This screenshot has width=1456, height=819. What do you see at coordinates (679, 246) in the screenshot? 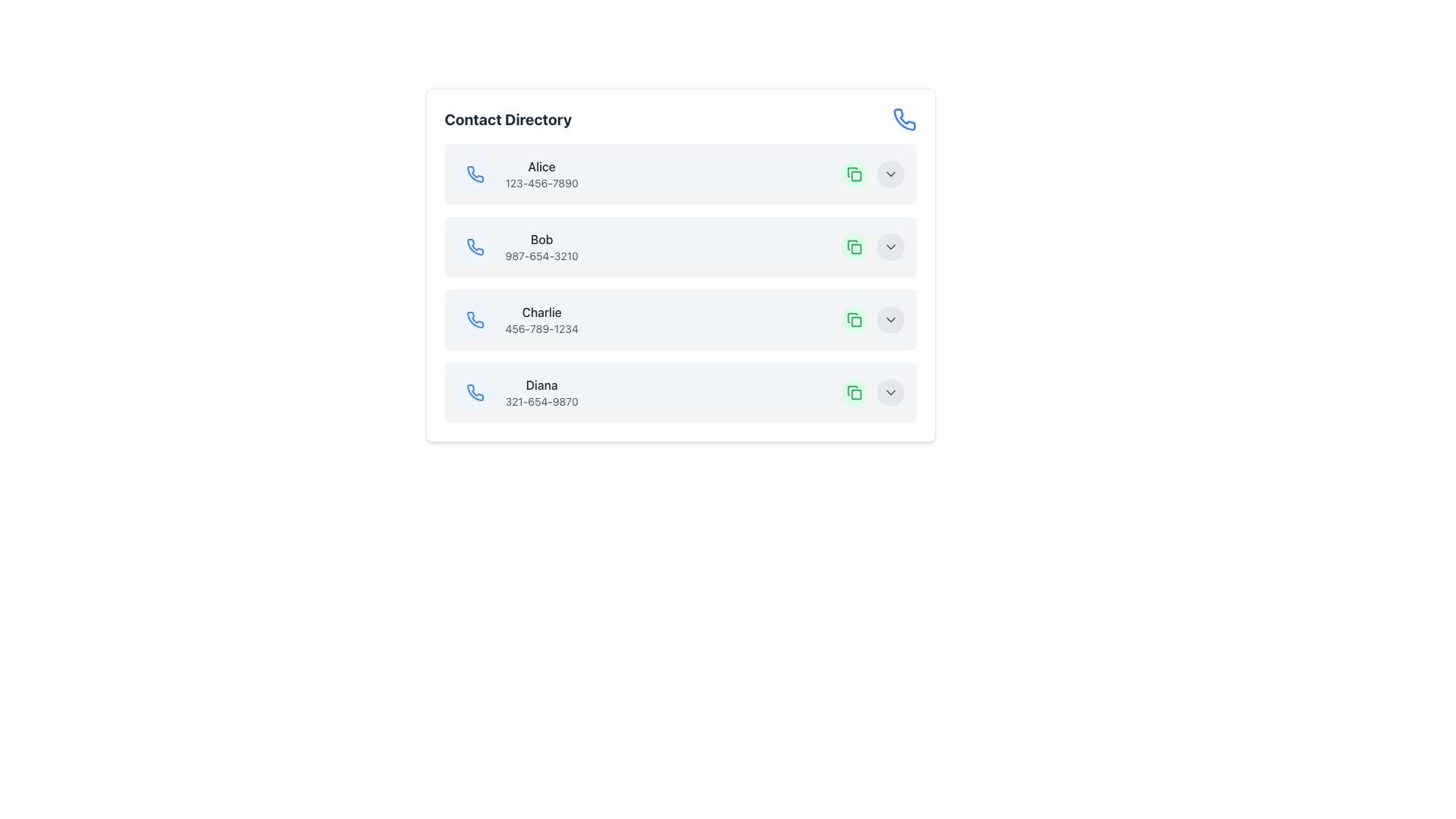
I see `the contact display card for 'Bob', which shows the name and phone number, positioned as the second card in the 'Contact Directory' section` at bounding box center [679, 246].